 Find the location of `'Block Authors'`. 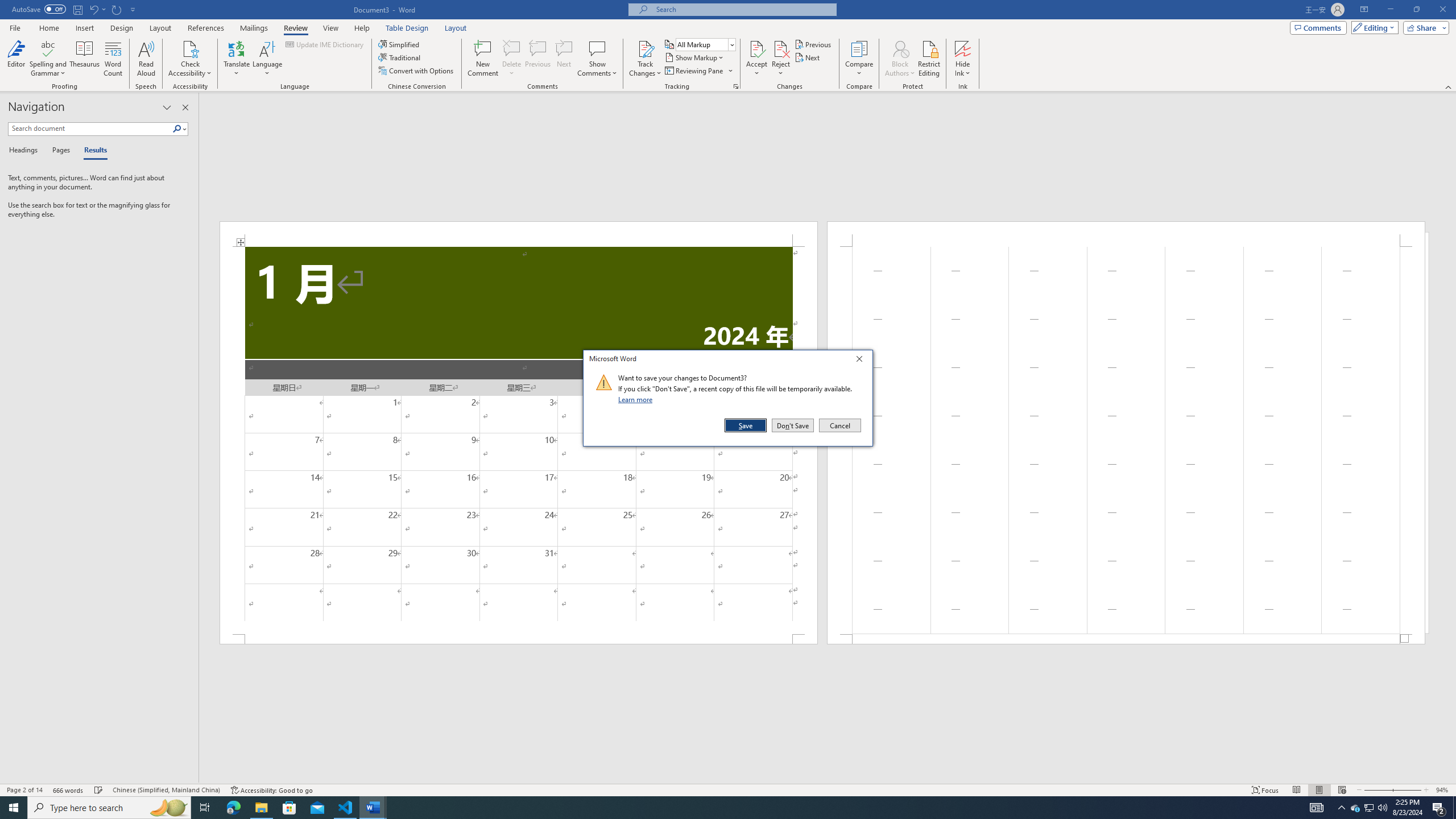

'Block Authors' is located at coordinates (900, 48).